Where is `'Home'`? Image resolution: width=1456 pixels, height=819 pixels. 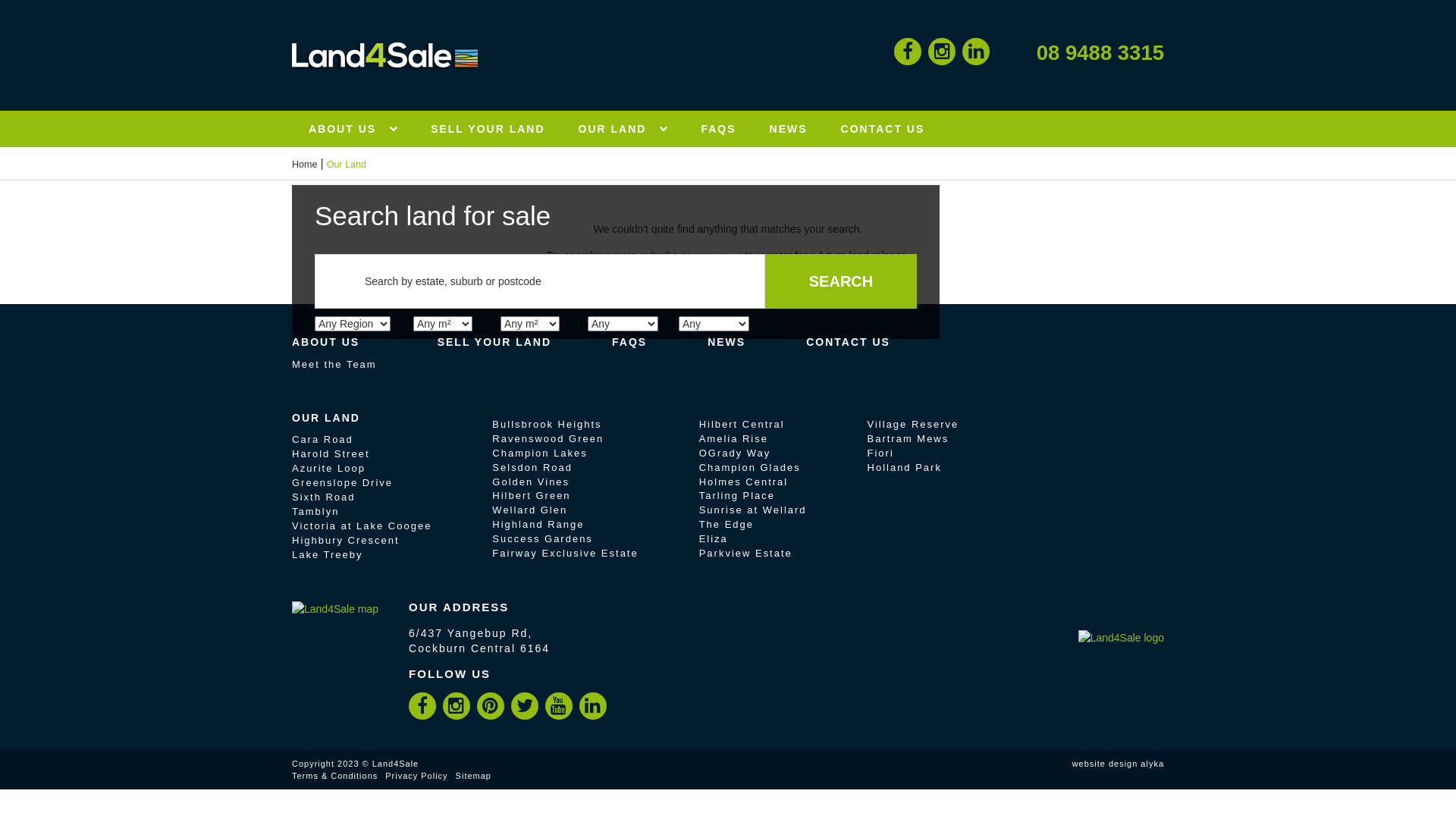 'Home' is located at coordinates (291, 164).